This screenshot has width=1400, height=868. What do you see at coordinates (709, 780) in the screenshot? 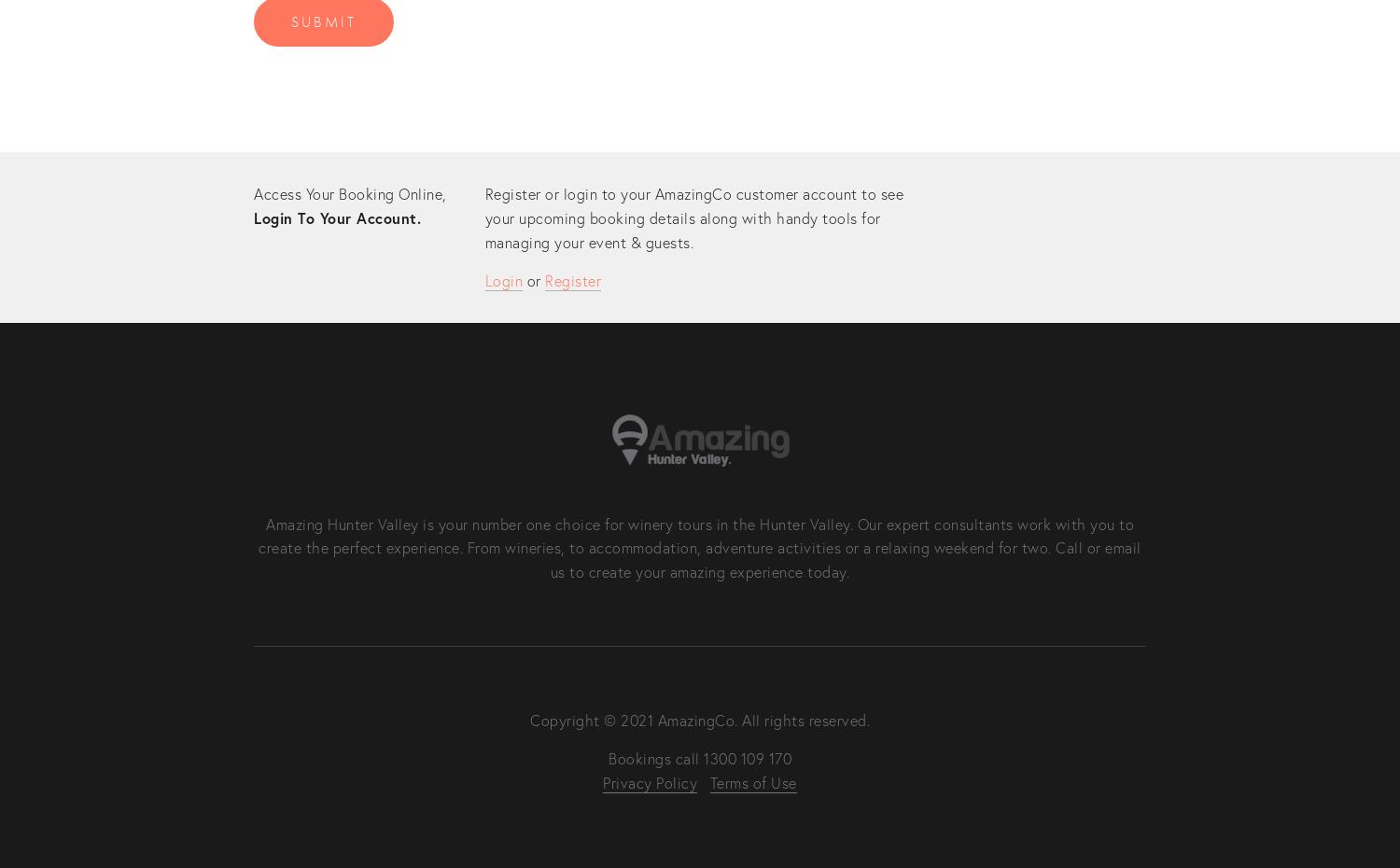
I see `'Terms of Use'` at bounding box center [709, 780].